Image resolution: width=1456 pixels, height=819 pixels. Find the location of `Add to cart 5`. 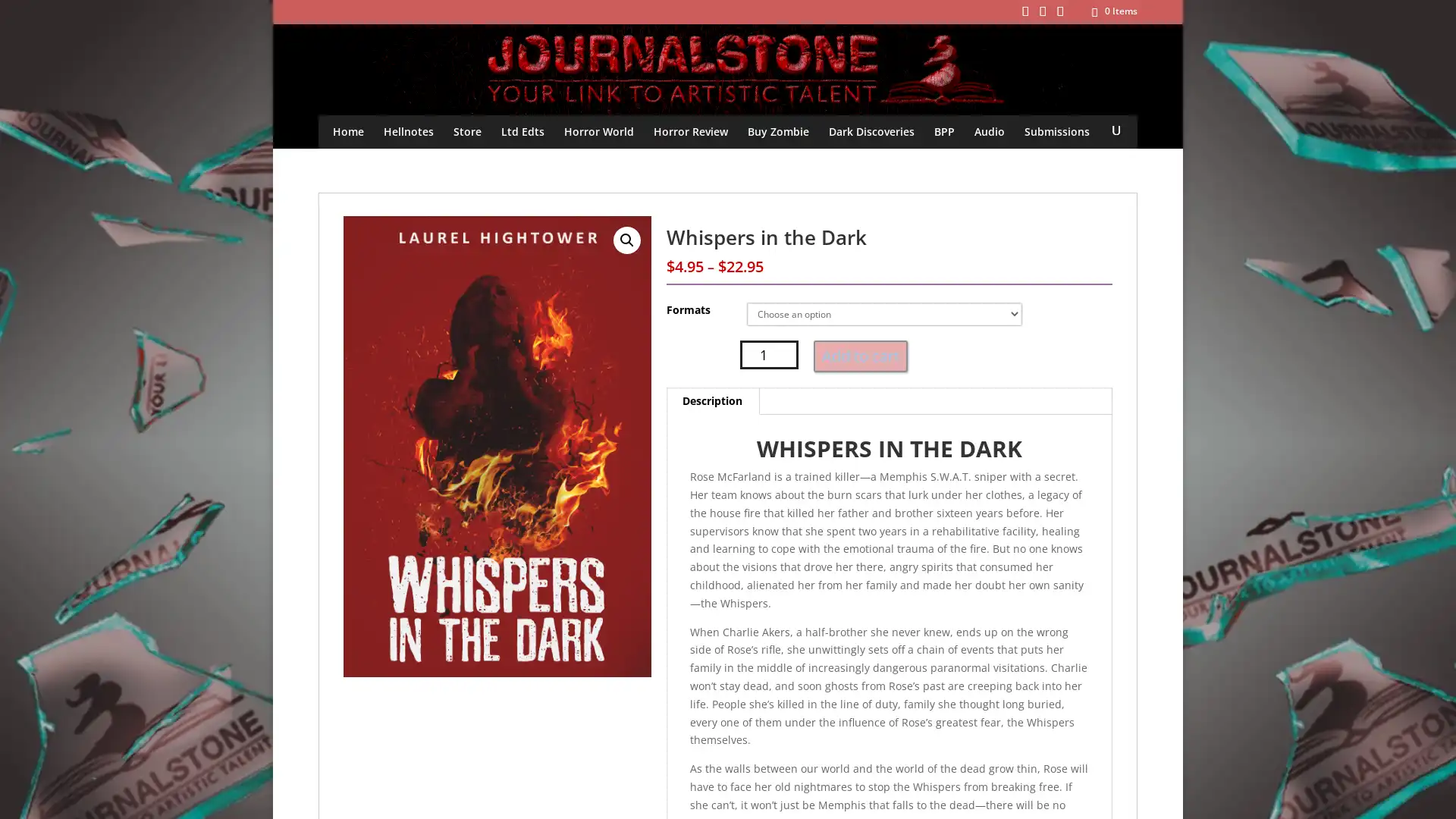

Add to cart 5 is located at coordinates (860, 356).